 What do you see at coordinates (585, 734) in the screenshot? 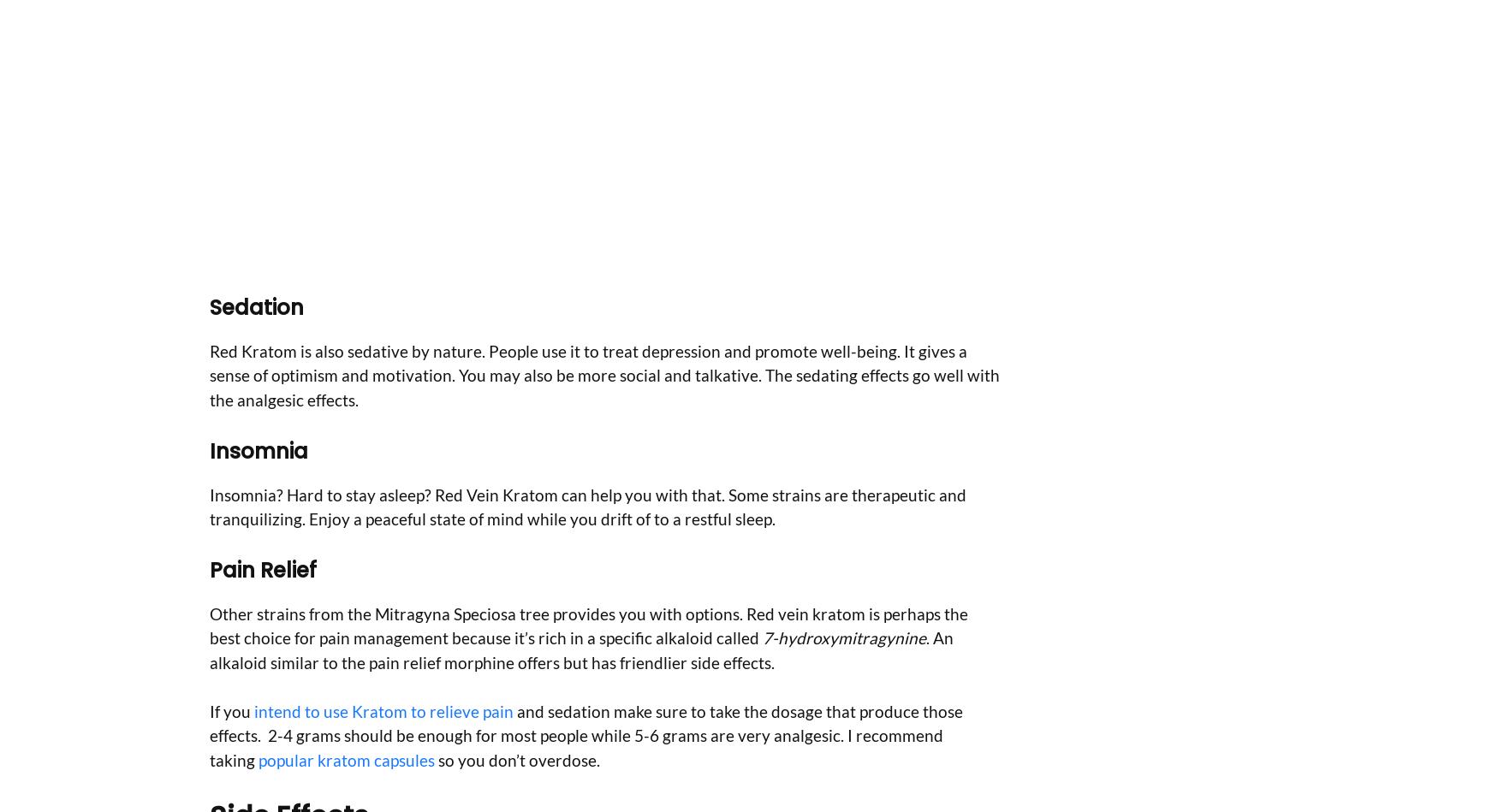
I see `'and sedation make sure to take the dosage that produce those effects.  2-4 grams should be enough for most people while 5-6 grams are very analgesic. I recommend taking'` at bounding box center [585, 734].